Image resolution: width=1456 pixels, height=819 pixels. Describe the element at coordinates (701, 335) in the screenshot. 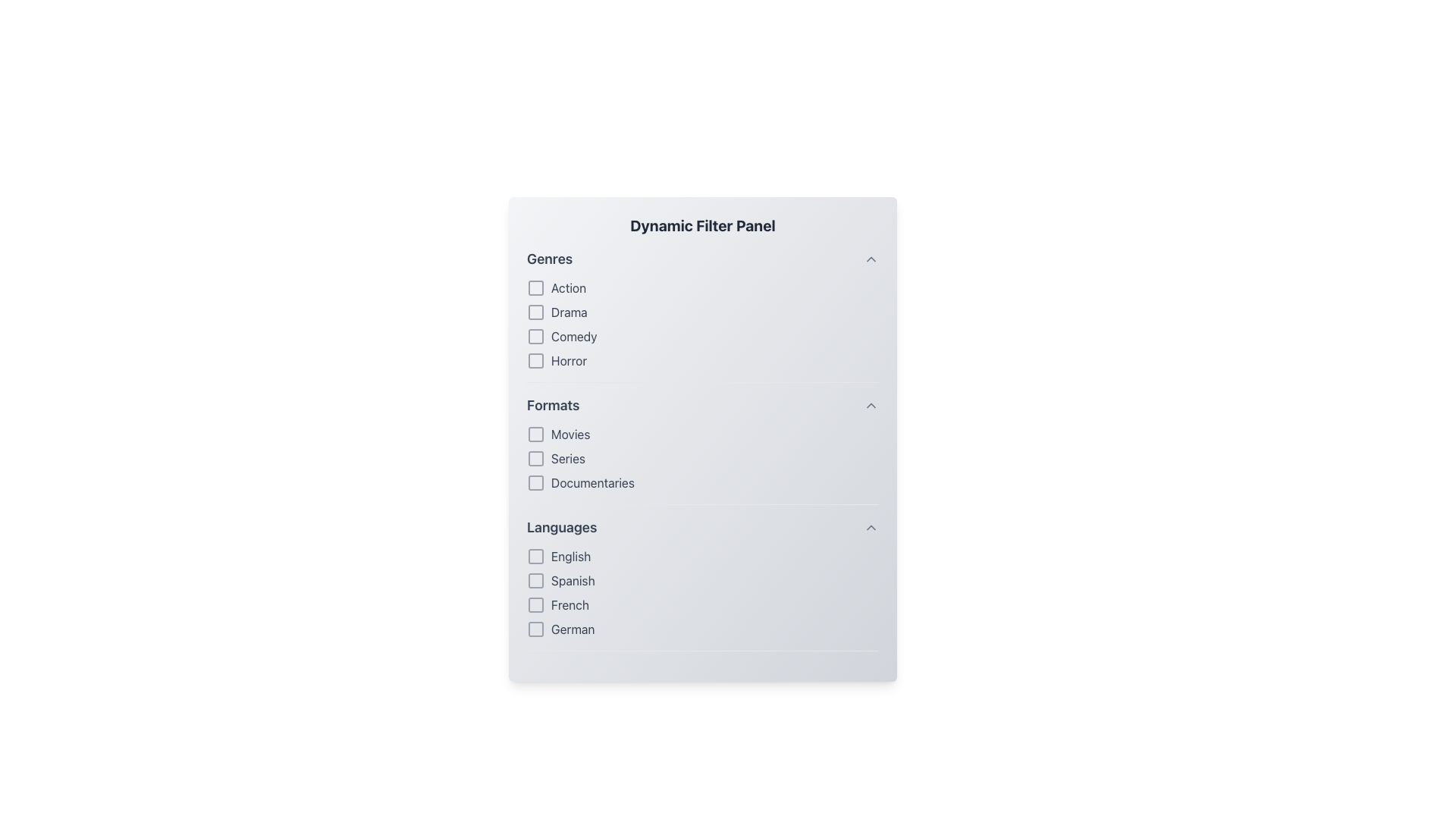

I see `the checkbox labeled 'Comedy' in the 'Genres' section of the filter panel` at that location.